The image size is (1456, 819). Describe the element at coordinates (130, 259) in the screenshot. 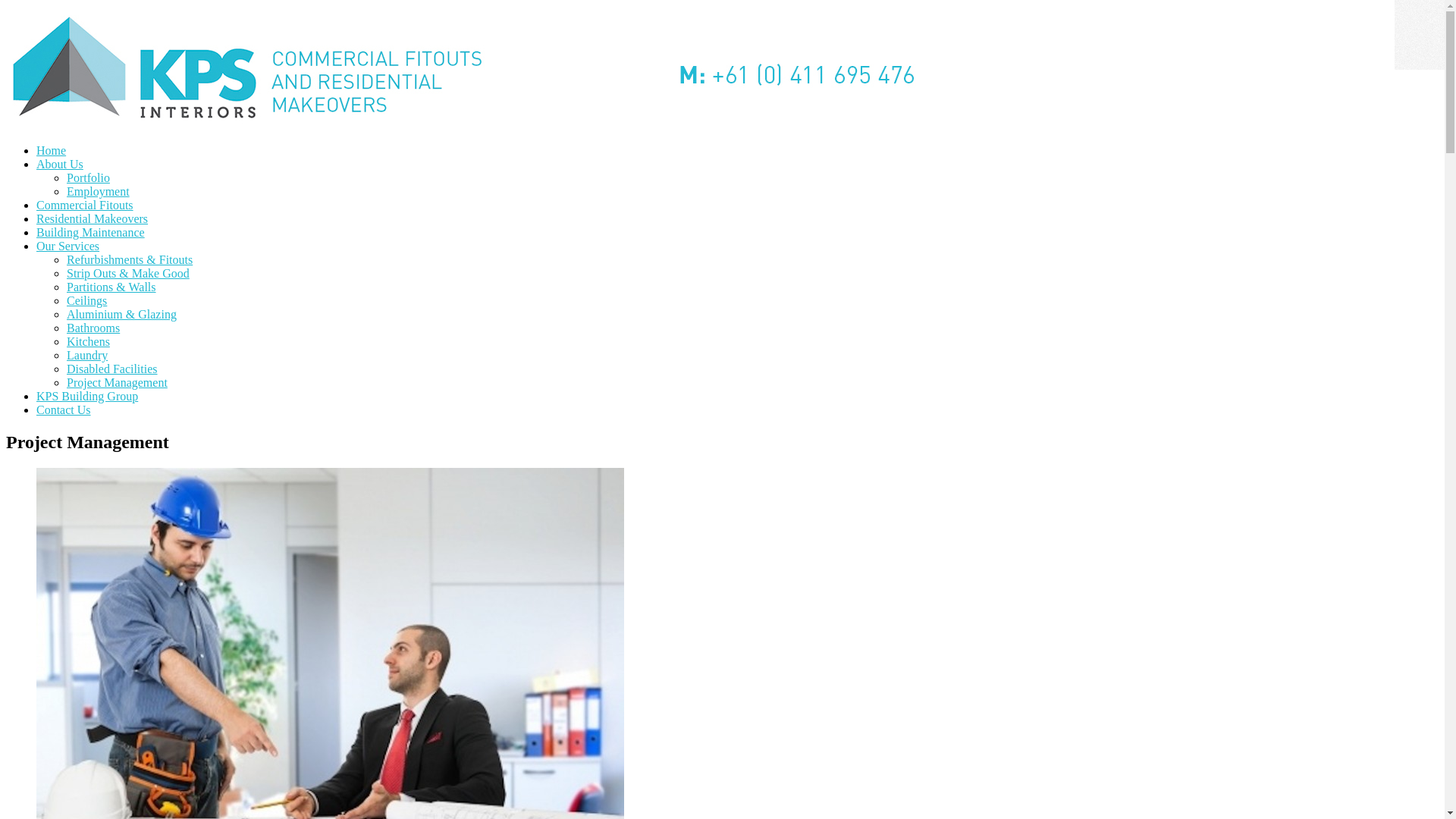

I see `'Refurbishments & Fitouts'` at that location.